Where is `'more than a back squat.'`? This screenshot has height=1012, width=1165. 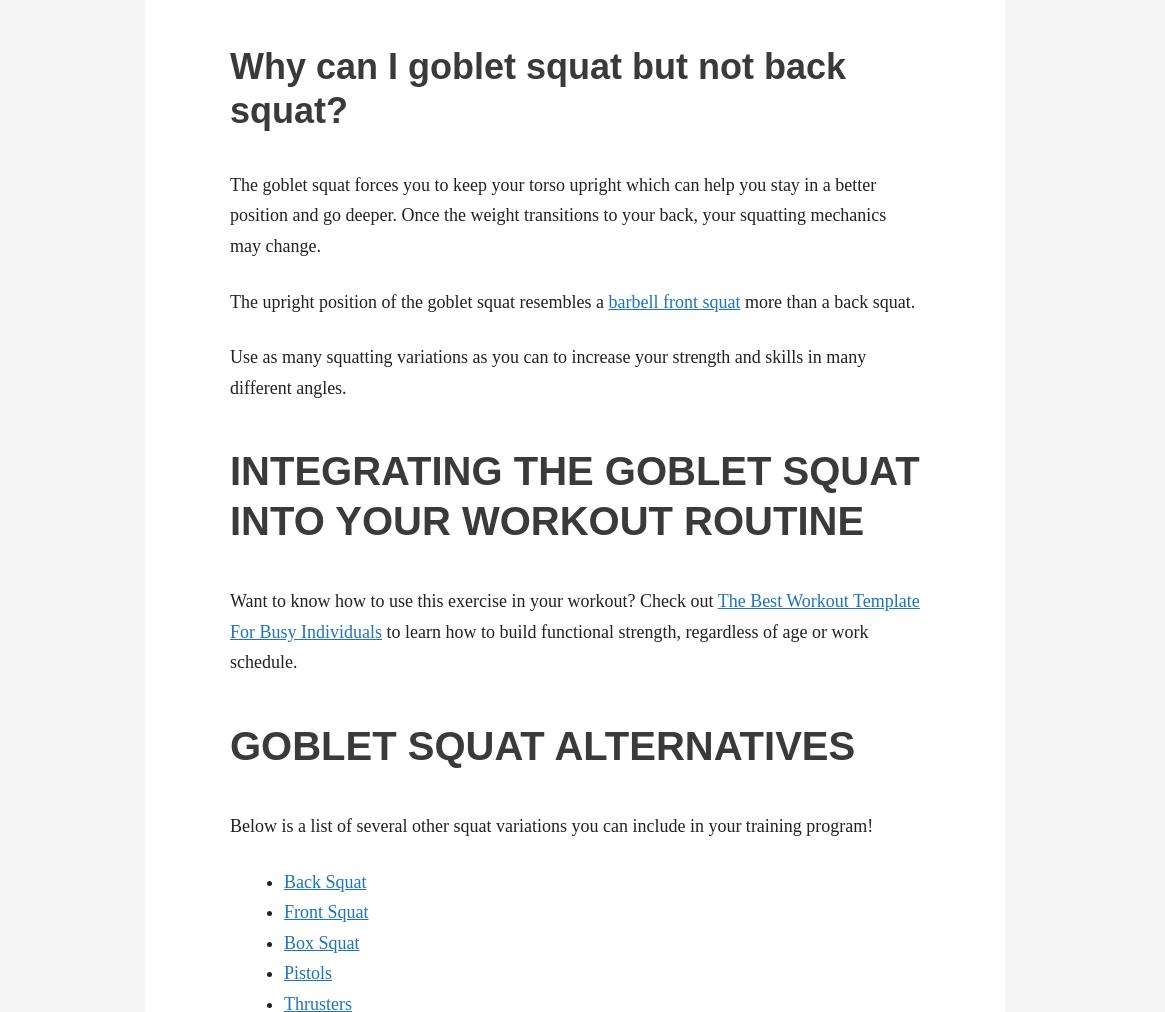 'more than a back squat.' is located at coordinates (826, 299).